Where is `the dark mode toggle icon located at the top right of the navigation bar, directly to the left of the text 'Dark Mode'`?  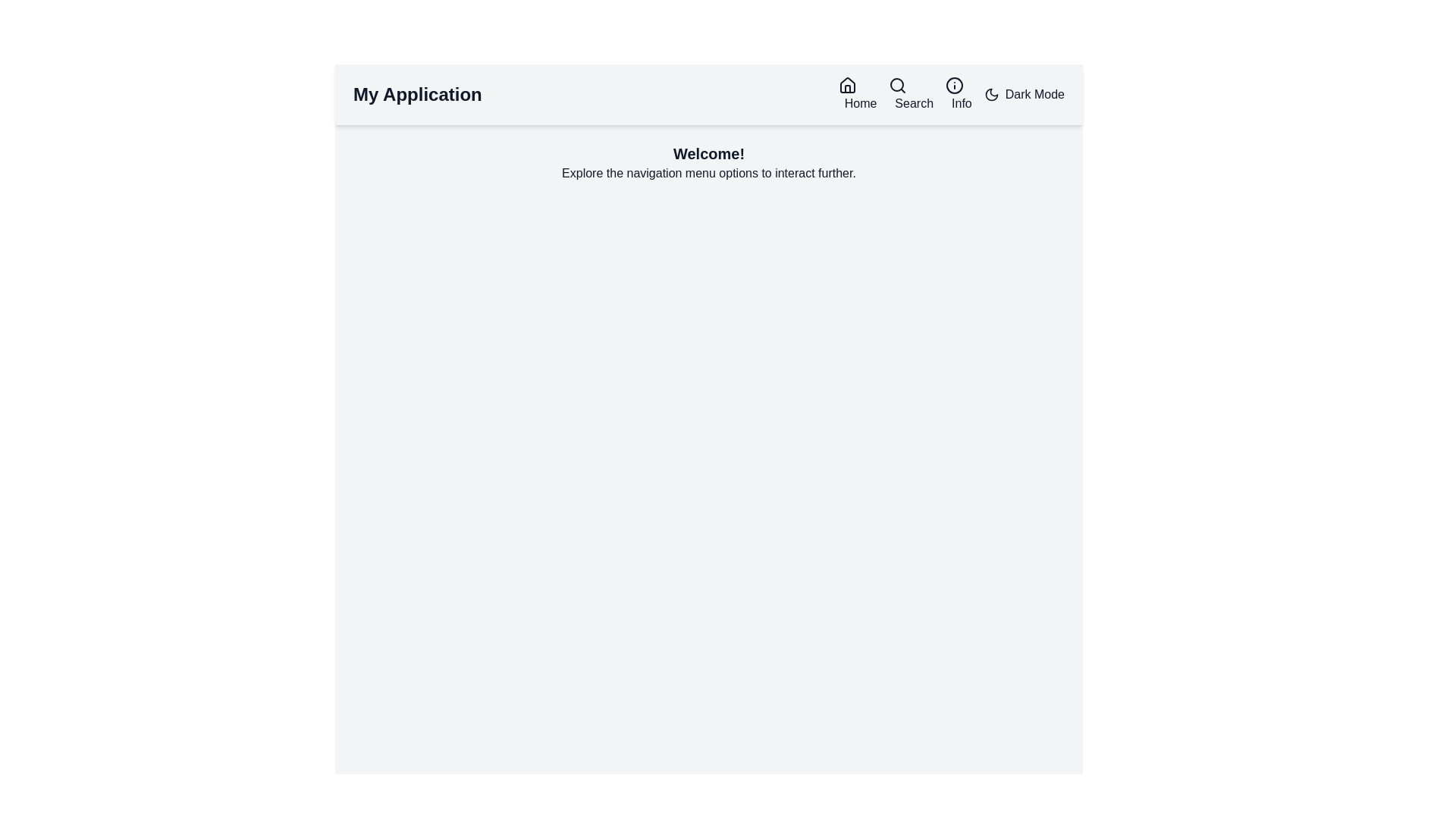 the dark mode toggle icon located at the top right of the navigation bar, directly to the left of the text 'Dark Mode' is located at coordinates (991, 94).